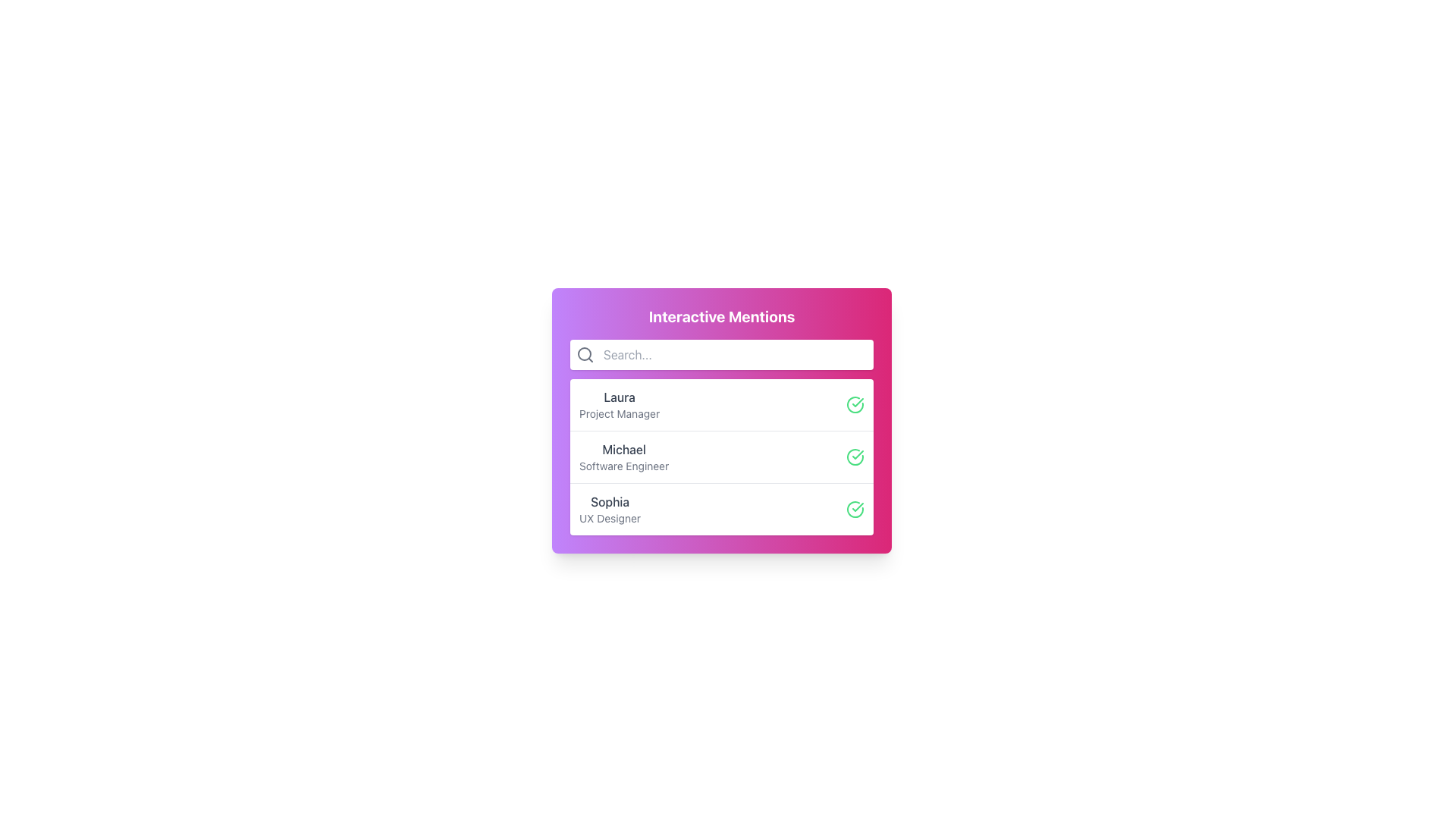 Image resolution: width=1456 pixels, height=819 pixels. What do you see at coordinates (855, 509) in the screenshot?
I see `the green checkmark icon with a circular outline, positioned as the rightmost element in the row labeled 'Sophia UX Designer'` at bounding box center [855, 509].